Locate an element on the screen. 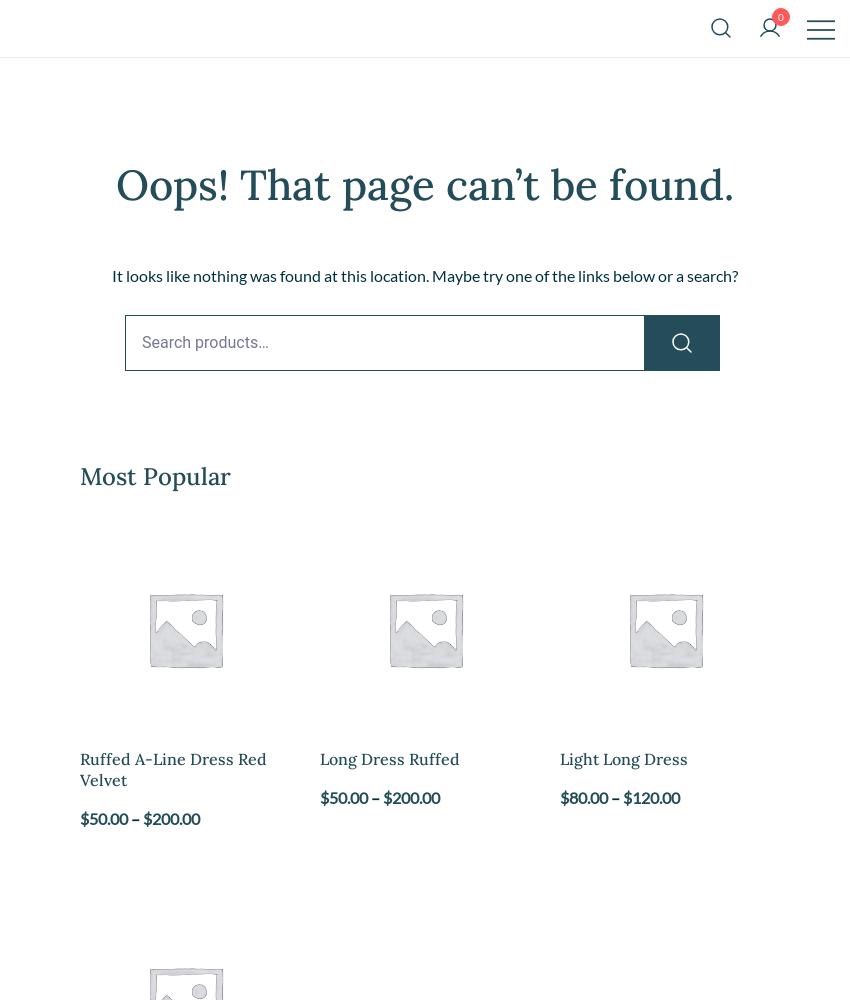  '80.00' is located at coordinates (588, 796).